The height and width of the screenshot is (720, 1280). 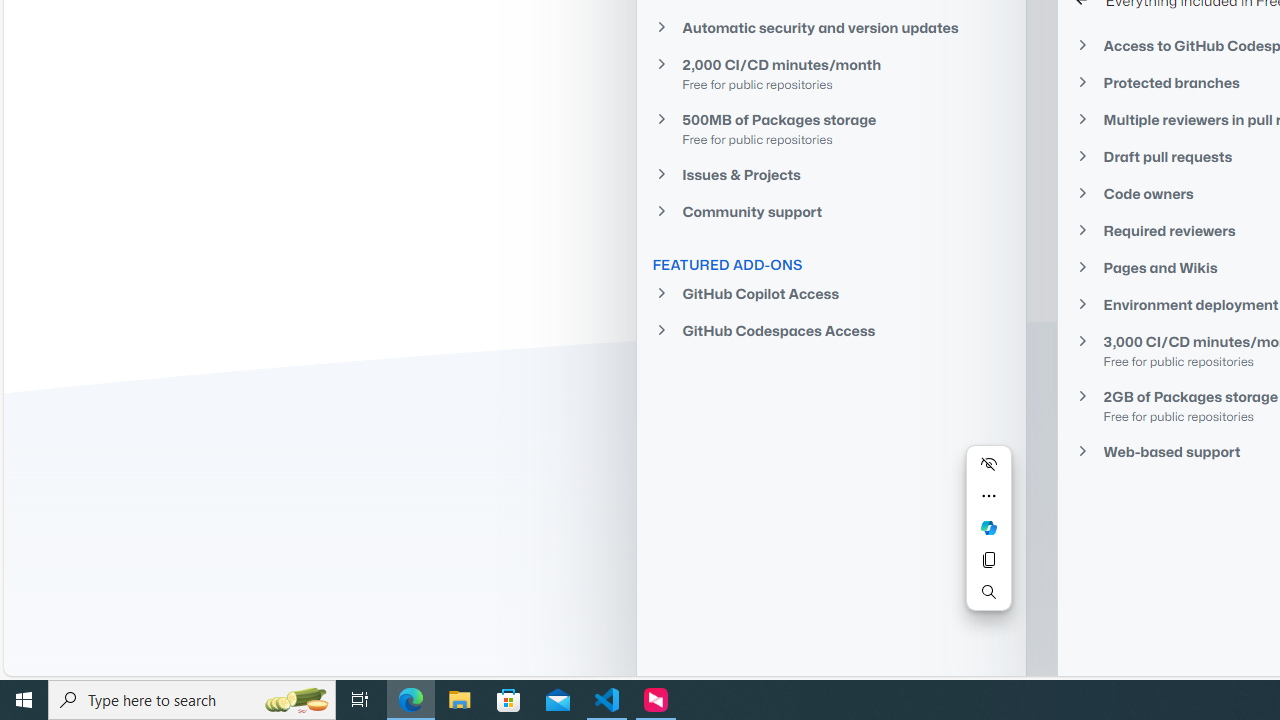 I want to click on '2,000 CI/CD minutes/monthFree for public repositories', so click(x=830, y=72).